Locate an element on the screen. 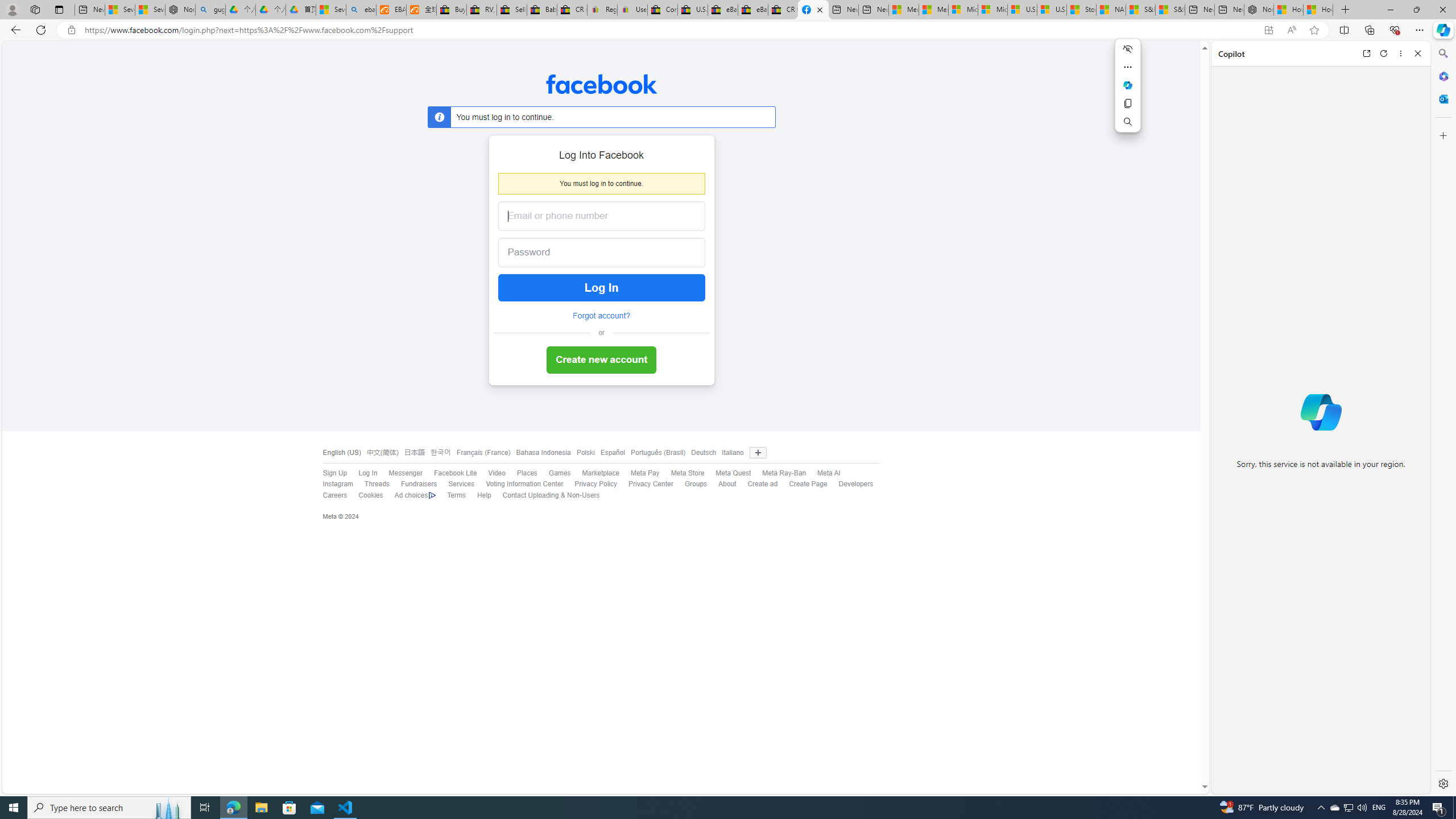 The width and height of the screenshot is (1456, 819). 'Contact Uploading & Non-Users' is located at coordinates (544, 495).